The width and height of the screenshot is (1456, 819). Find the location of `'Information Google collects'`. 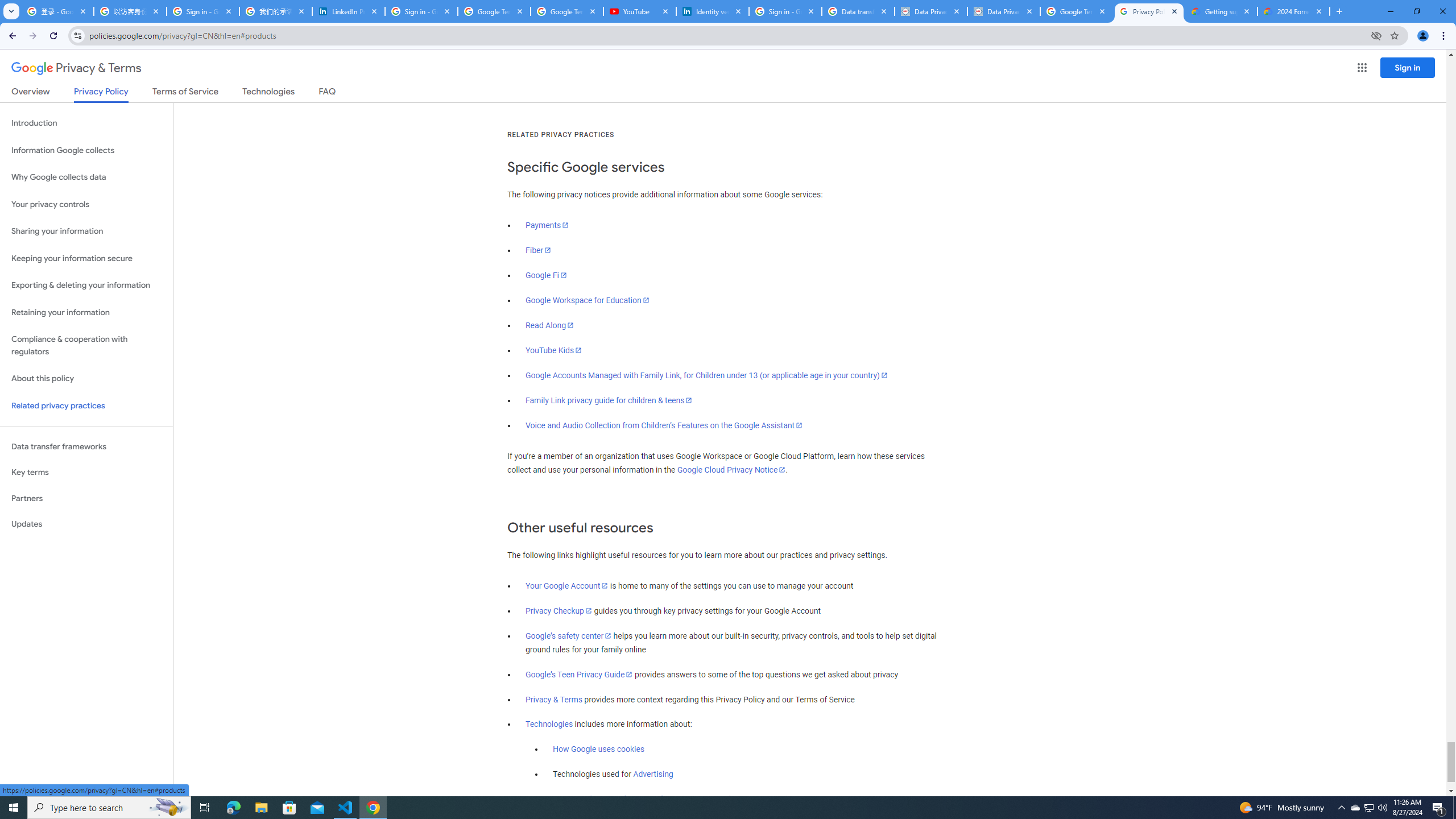

'Information Google collects' is located at coordinates (86, 150).